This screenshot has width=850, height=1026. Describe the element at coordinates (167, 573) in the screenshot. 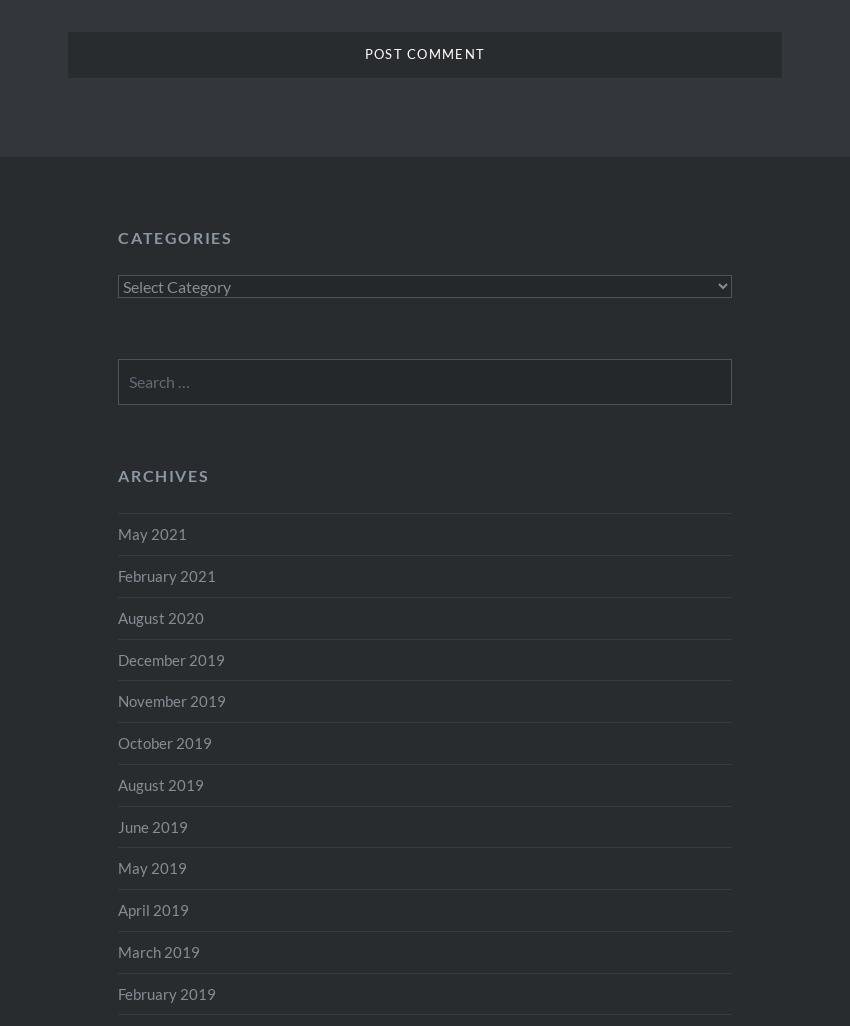

I see `'February 2021'` at that location.